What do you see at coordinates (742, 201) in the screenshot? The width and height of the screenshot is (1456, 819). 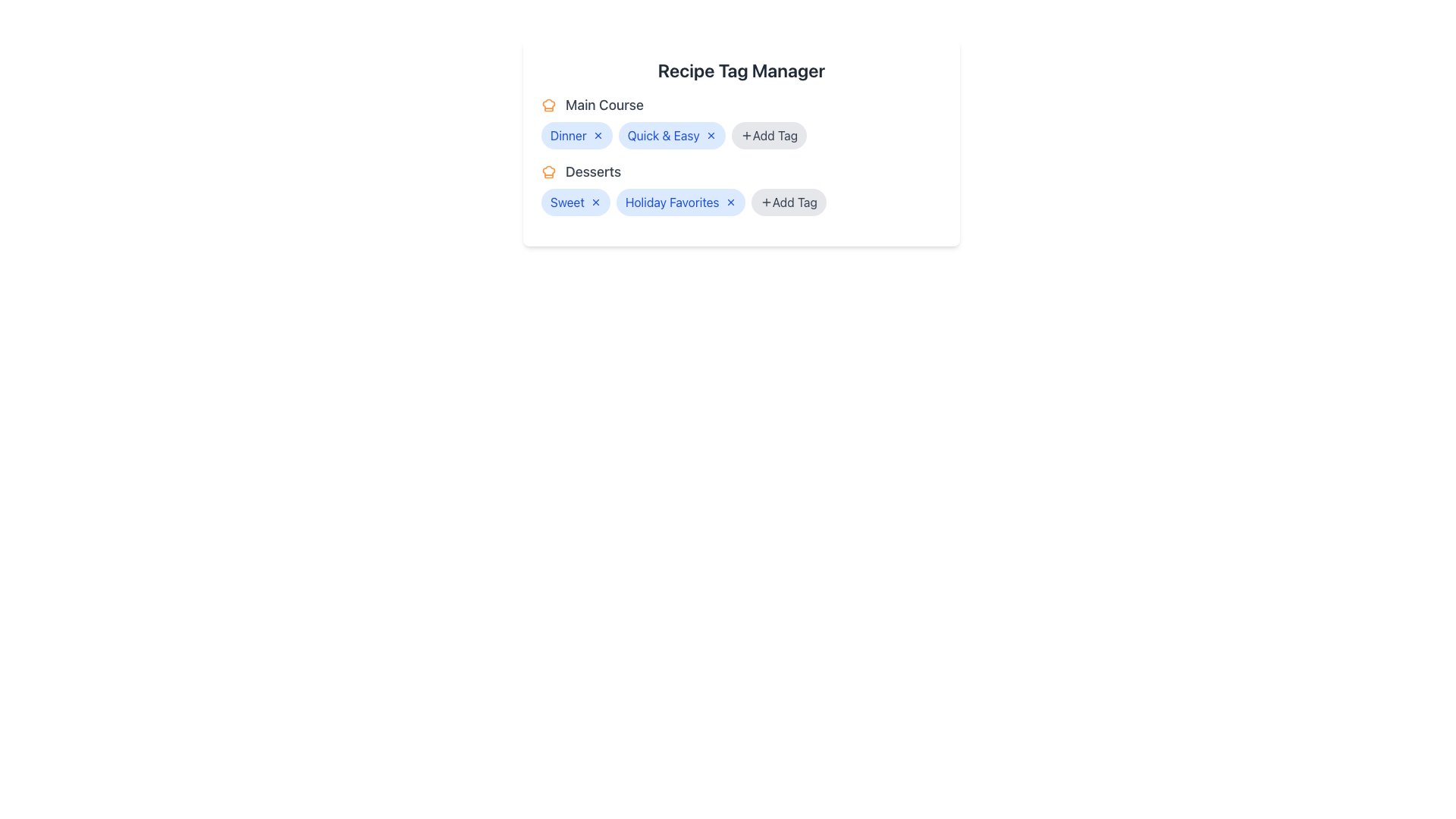 I see `the 'Sweet' and 'Holiday Favorites' tags in the 'Desserts' category section` at bounding box center [742, 201].